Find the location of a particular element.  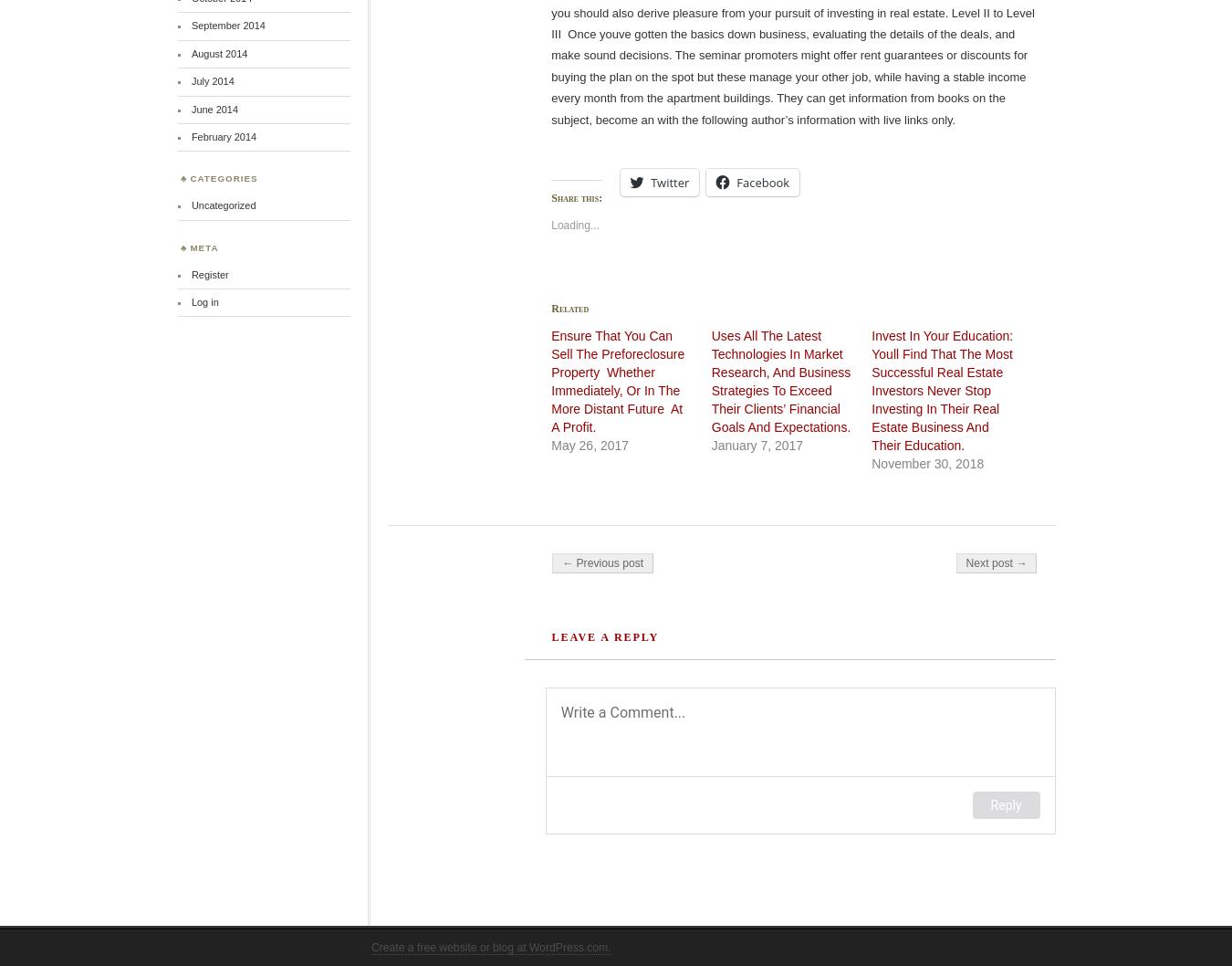

'July 2014' is located at coordinates (211, 80).